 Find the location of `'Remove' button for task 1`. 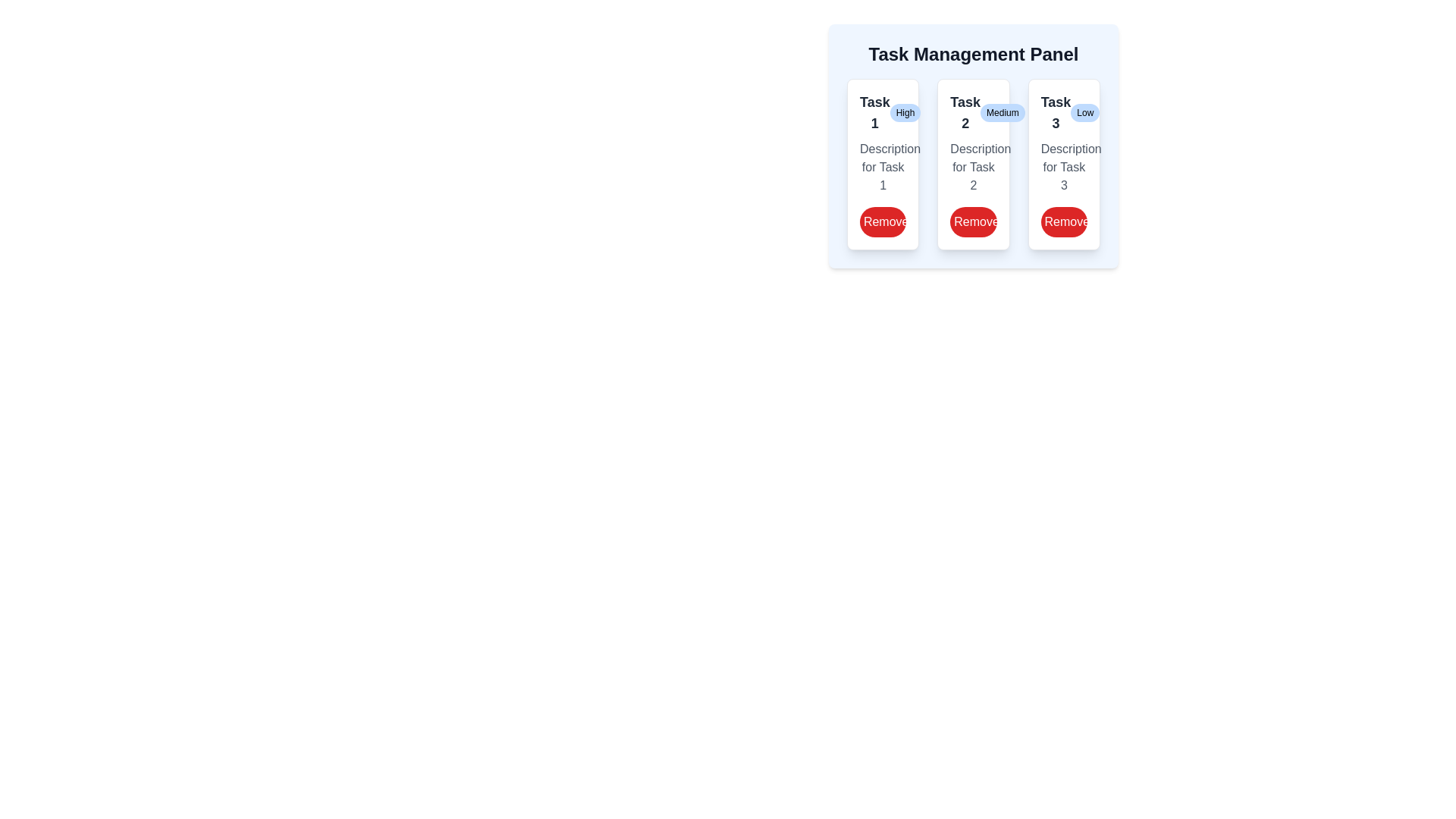

'Remove' button for task 1 is located at coordinates (883, 222).